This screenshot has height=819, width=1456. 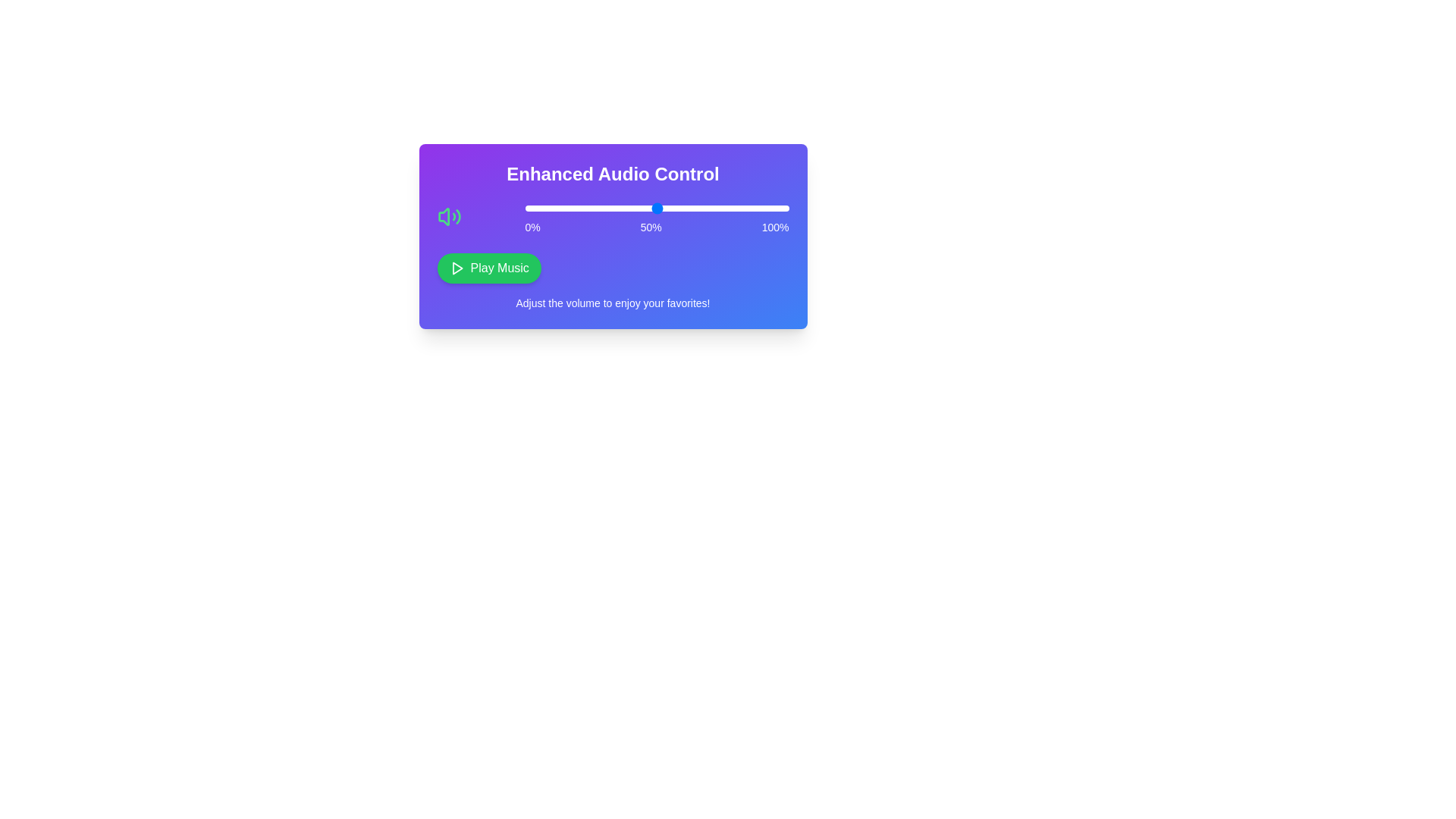 What do you see at coordinates (561, 208) in the screenshot?
I see `the slider to set the volume to 14%` at bounding box center [561, 208].